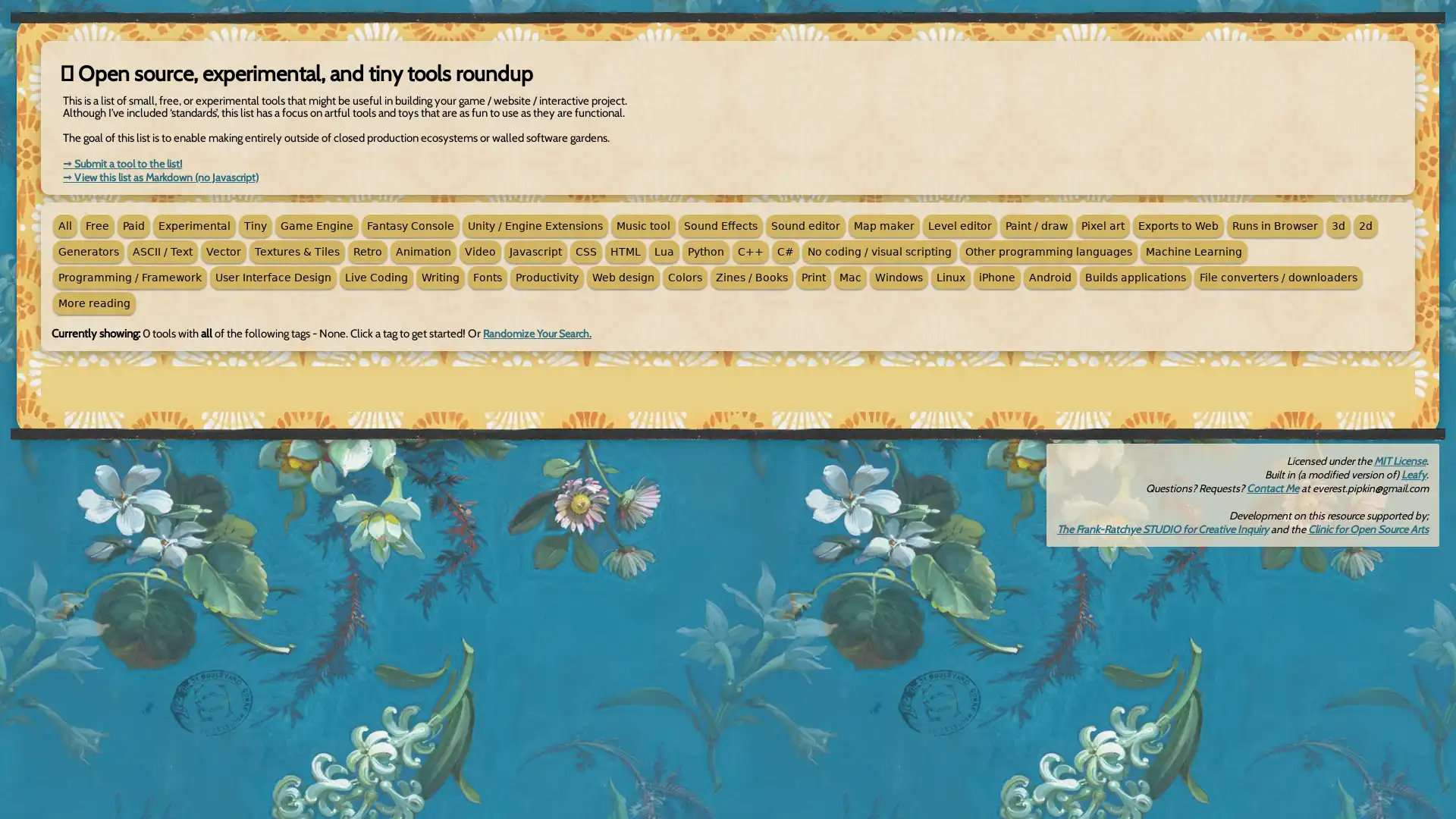  Describe the element at coordinates (684, 278) in the screenshot. I see `Colors` at that location.